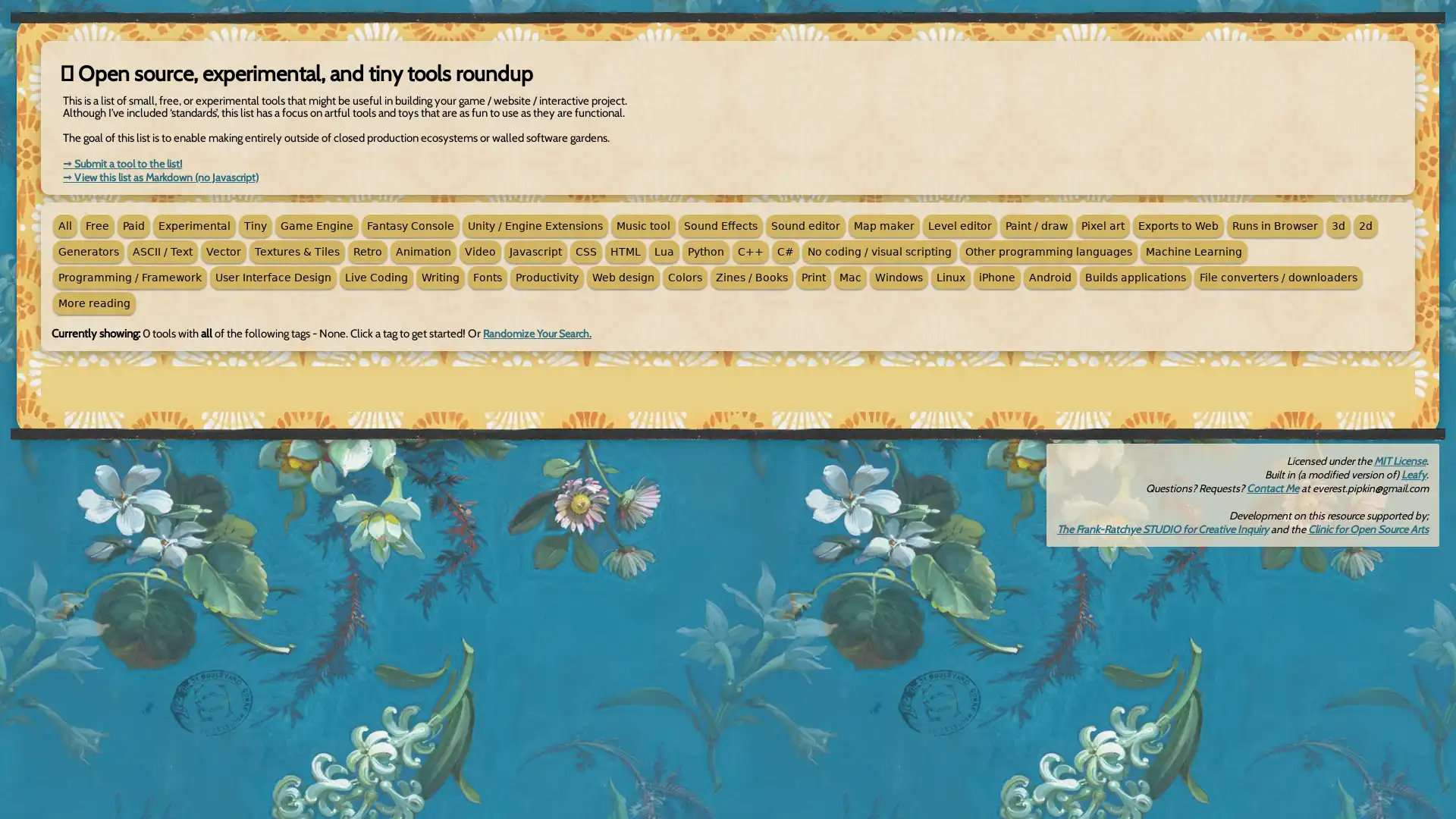  Describe the element at coordinates (684, 278) in the screenshot. I see `Colors` at that location.